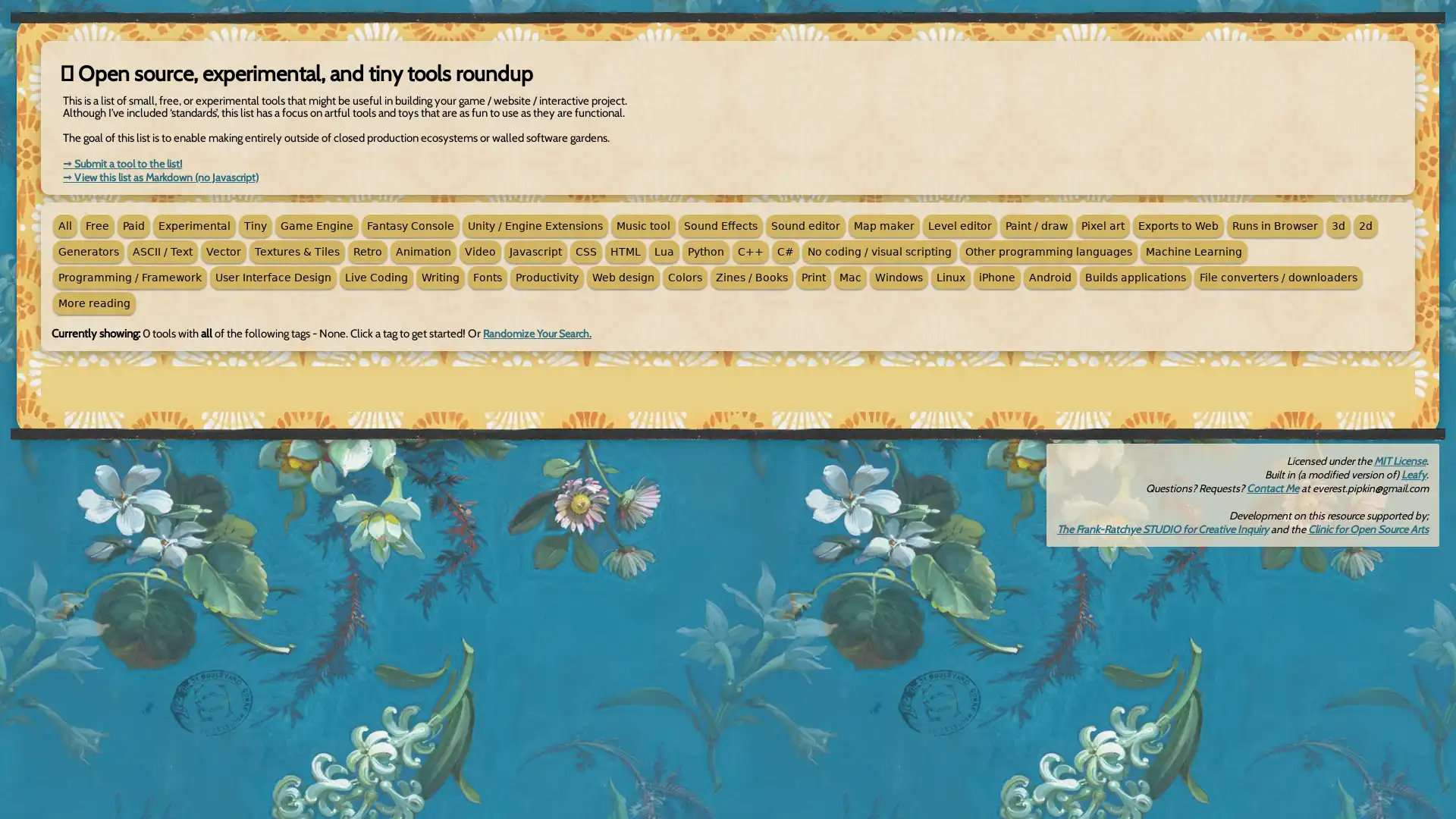  Describe the element at coordinates (684, 278) in the screenshot. I see `Colors` at that location.